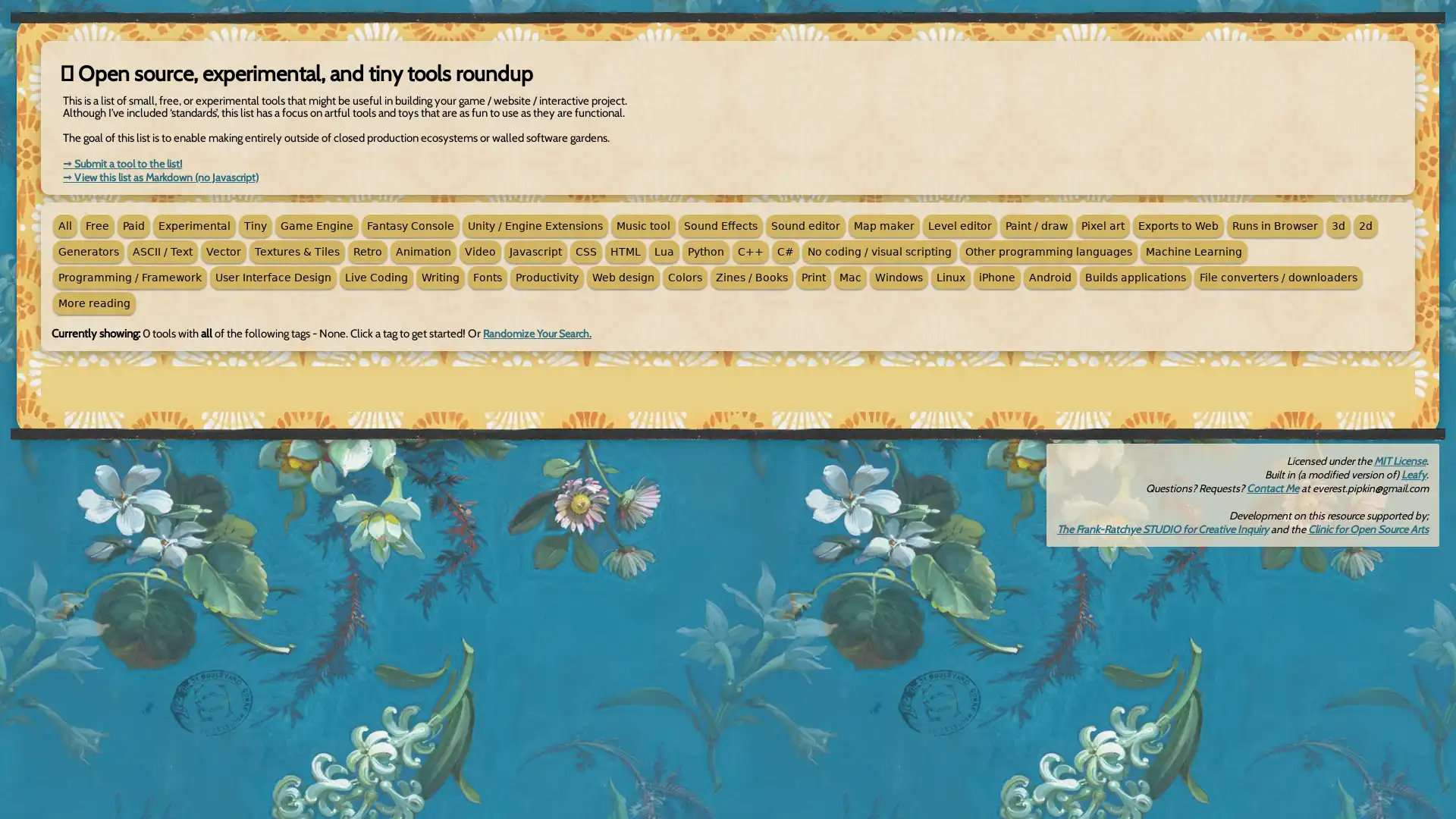  Describe the element at coordinates (684, 278) in the screenshot. I see `Colors` at that location.